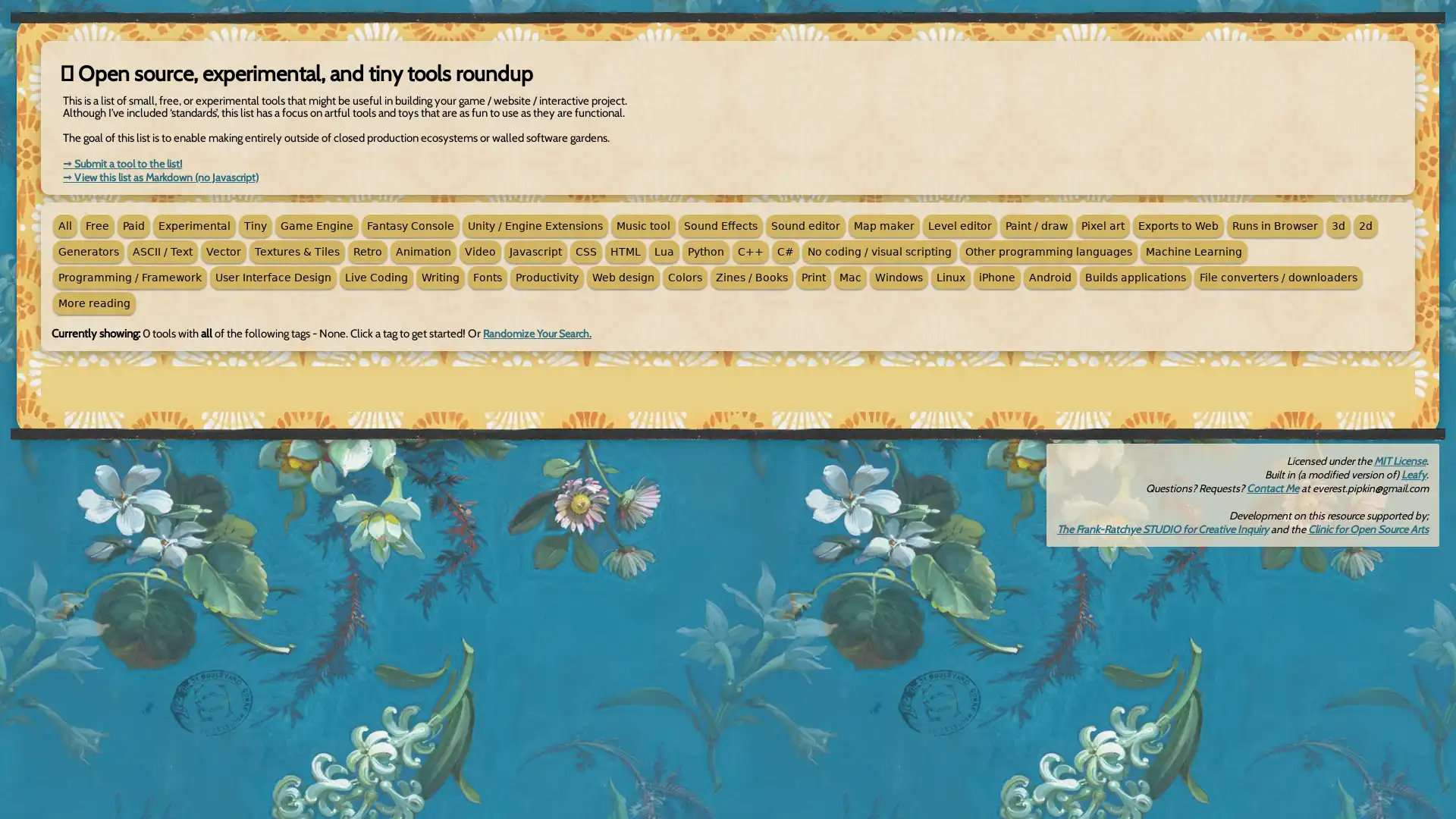  Describe the element at coordinates (684, 278) in the screenshot. I see `Colors` at that location.